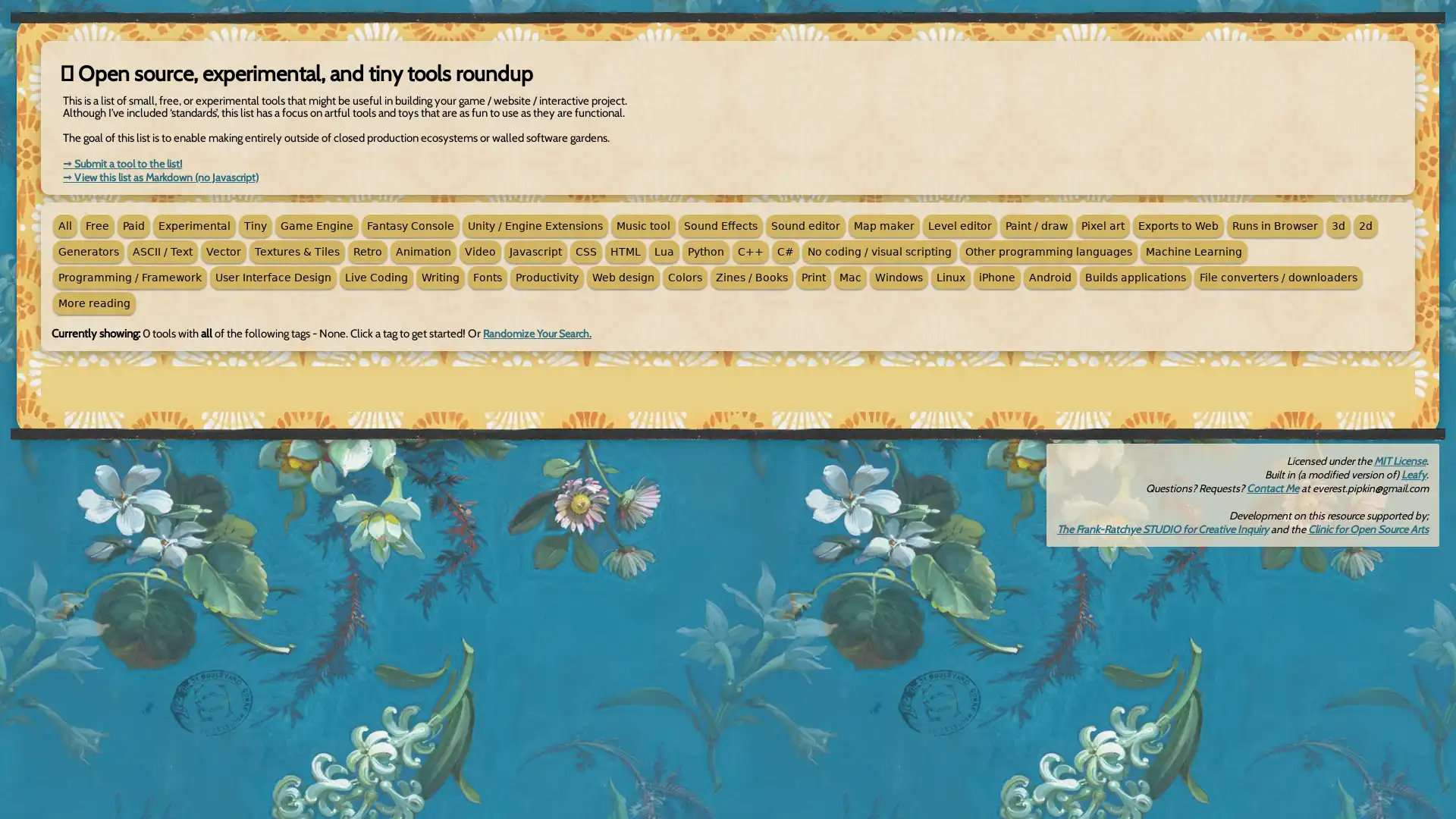  Describe the element at coordinates (684, 278) in the screenshot. I see `Colors` at that location.